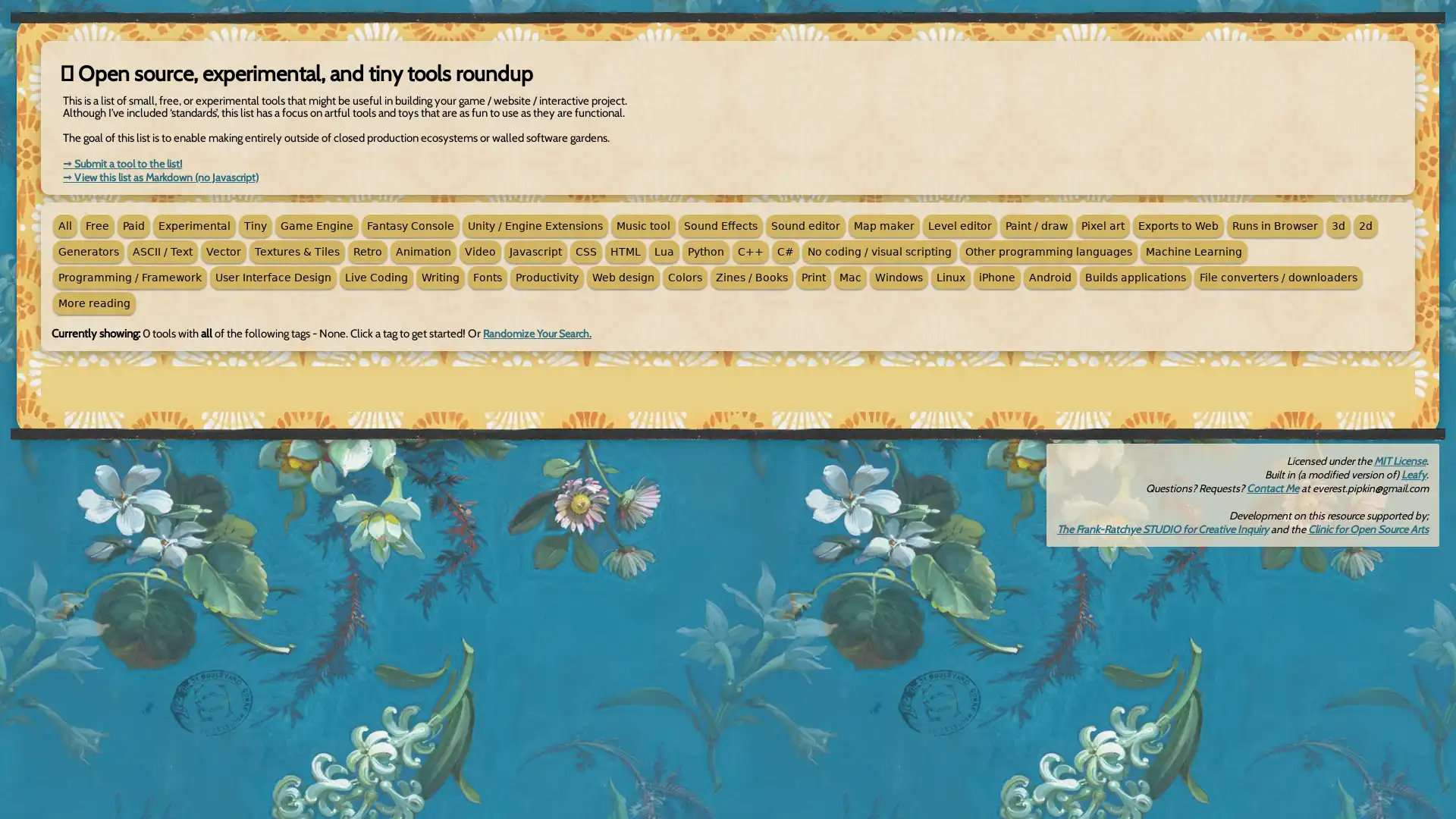  Describe the element at coordinates (684, 278) in the screenshot. I see `Colors` at that location.